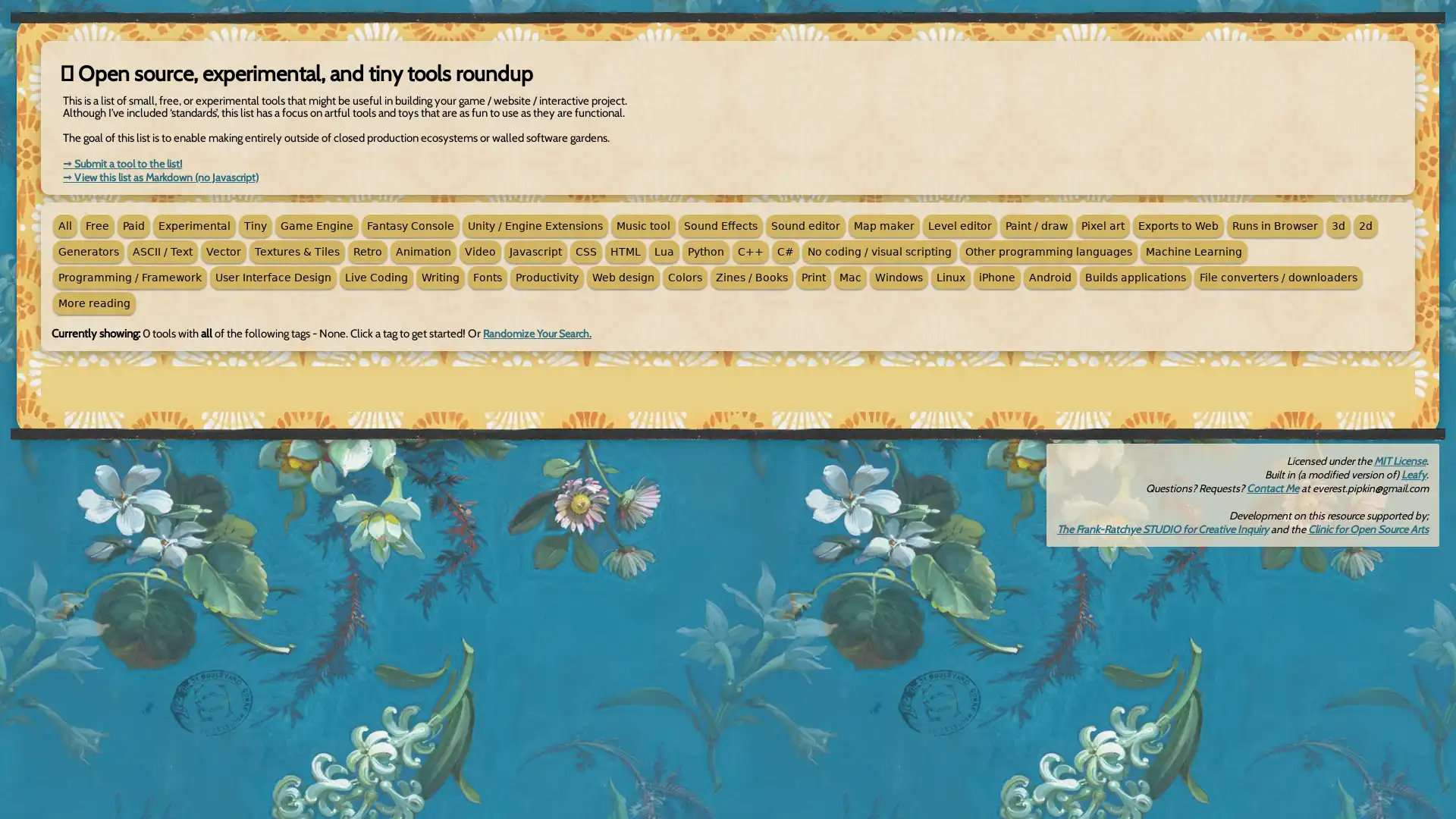  Describe the element at coordinates (684, 278) in the screenshot. I see `Colors` at that location.